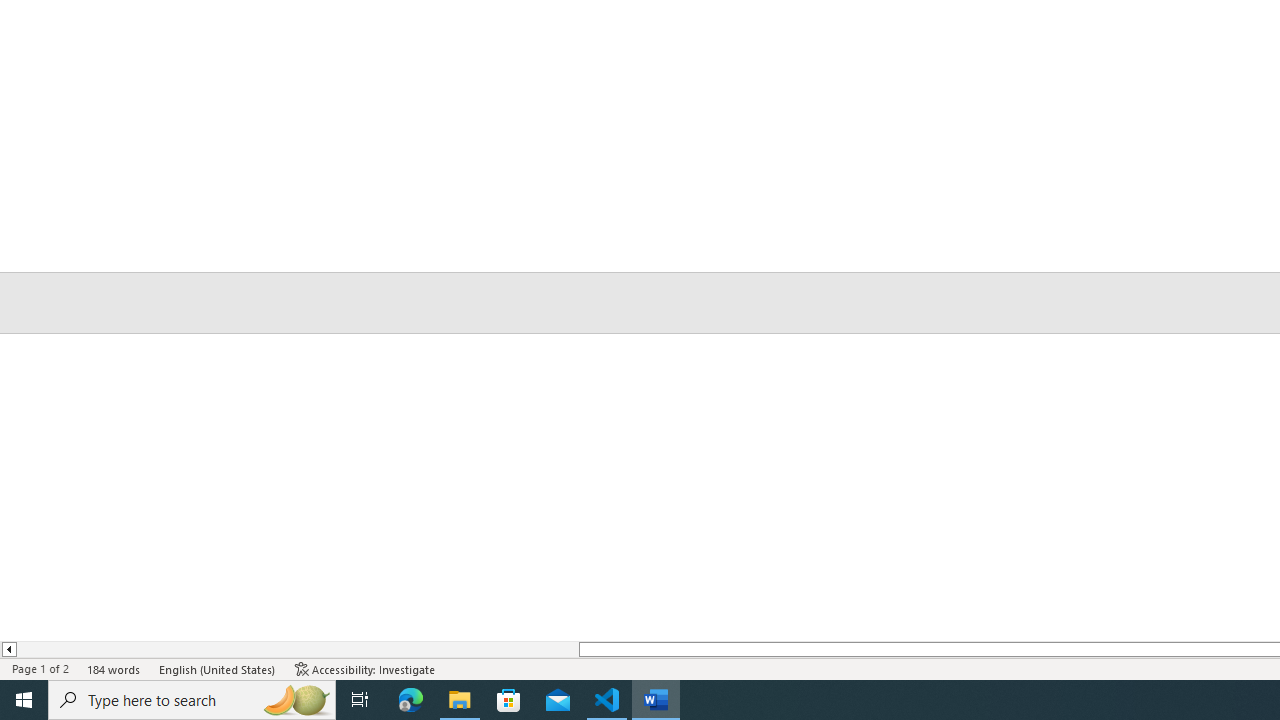 The height and width of the screenshot is (720, 1280). Describe the element at coordinates (459, 698) in the screenshot. I see `'File Explorer - 1 running window'` at that location.